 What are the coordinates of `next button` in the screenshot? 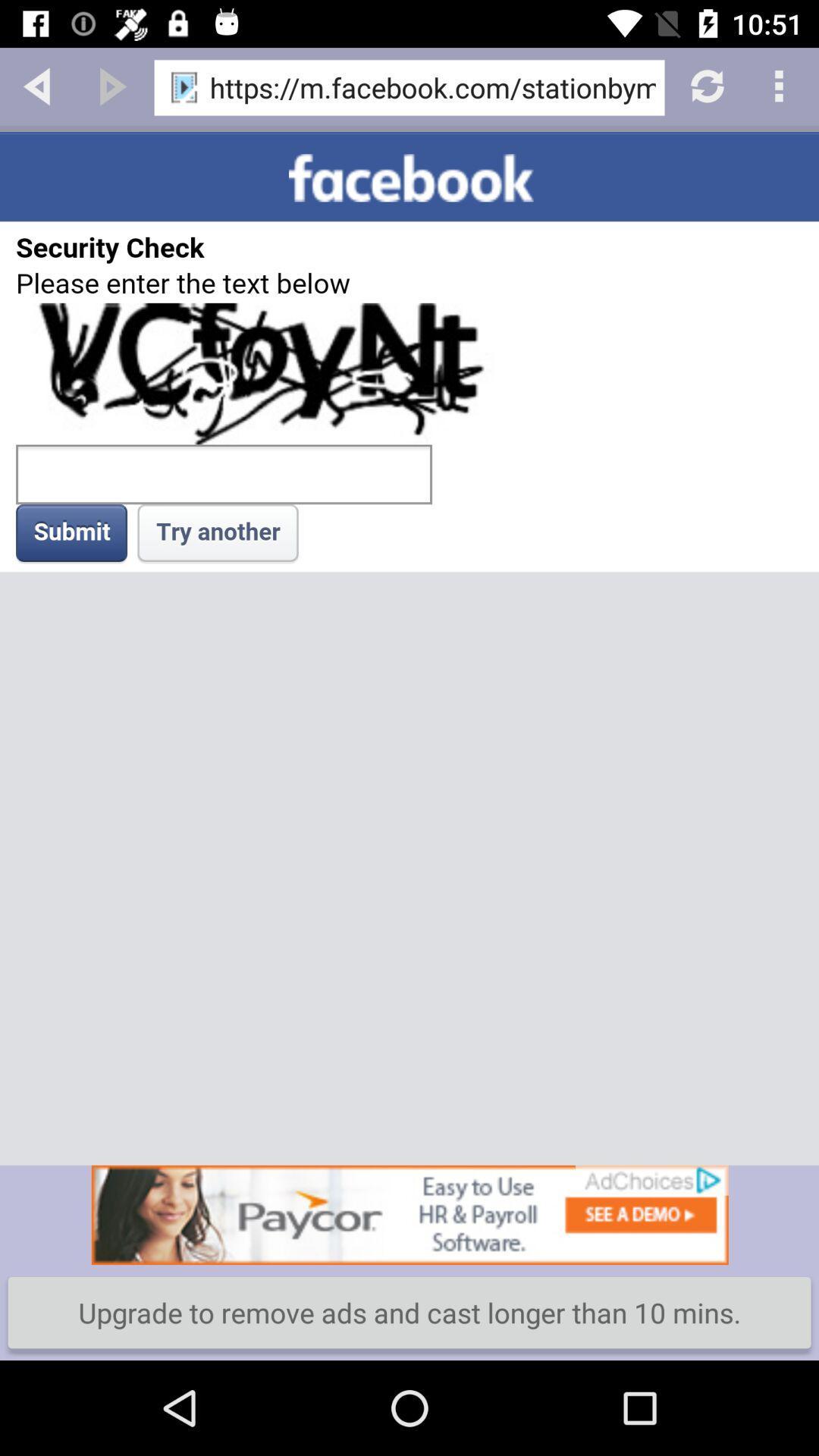 It's located at (112, 84).